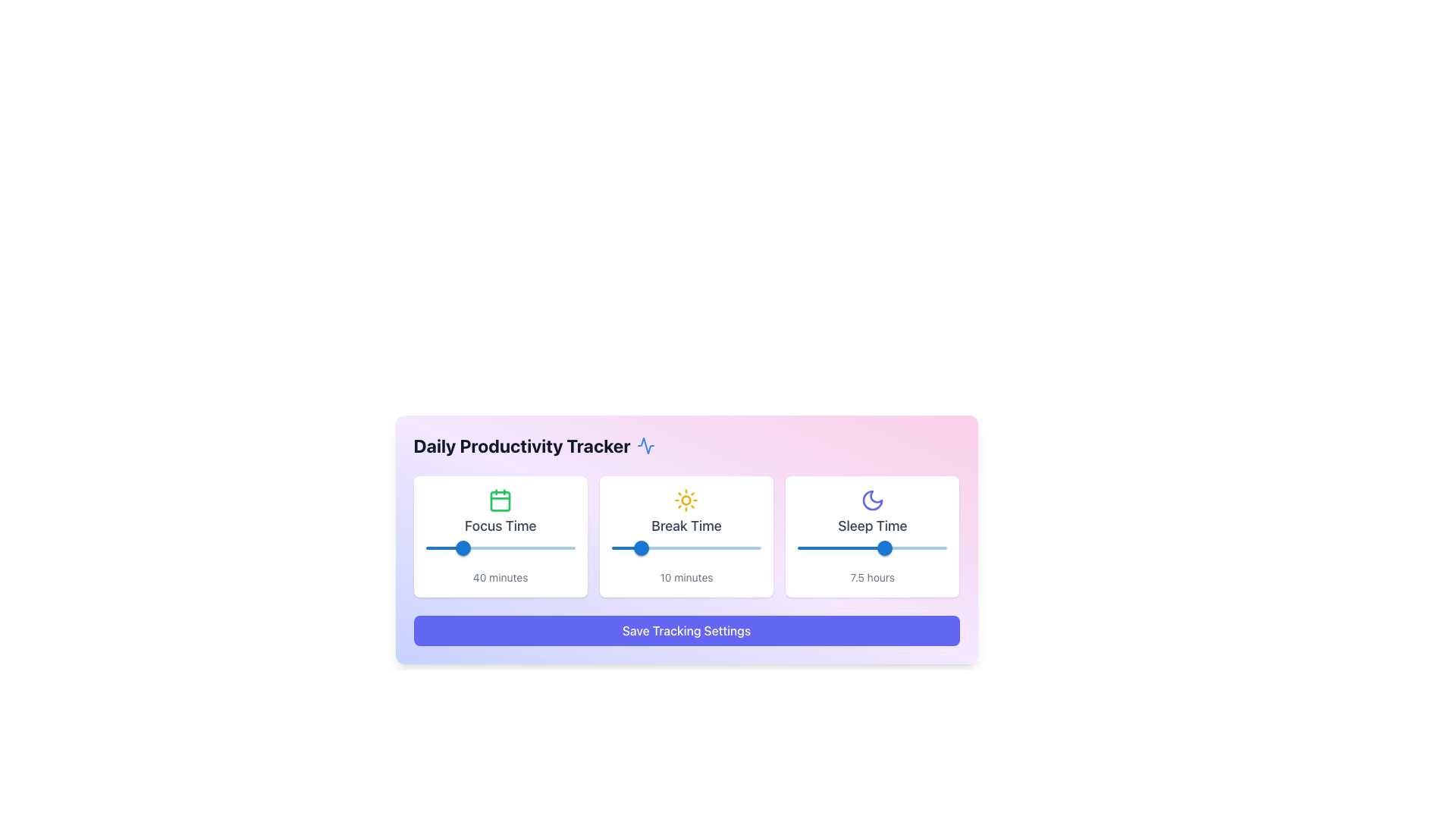 The width and height of the screenshot is (1456, 819). What do you see at coordinates (536, 548) in the screenshot?
I see `the focus time` at bounding box center [536, 548].